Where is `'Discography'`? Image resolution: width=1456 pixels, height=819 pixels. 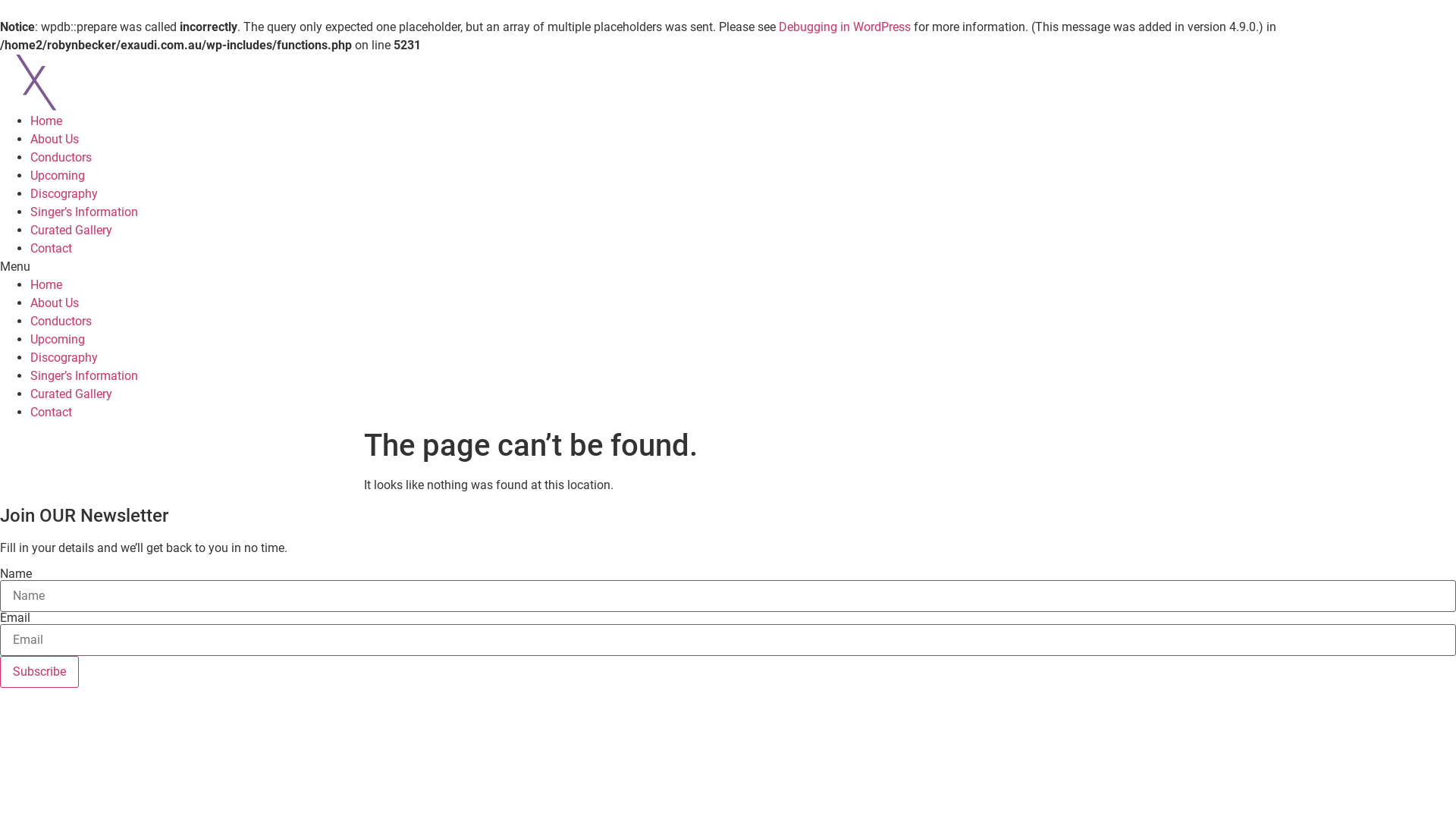 'Discography' is located at coordinates (30, 193).